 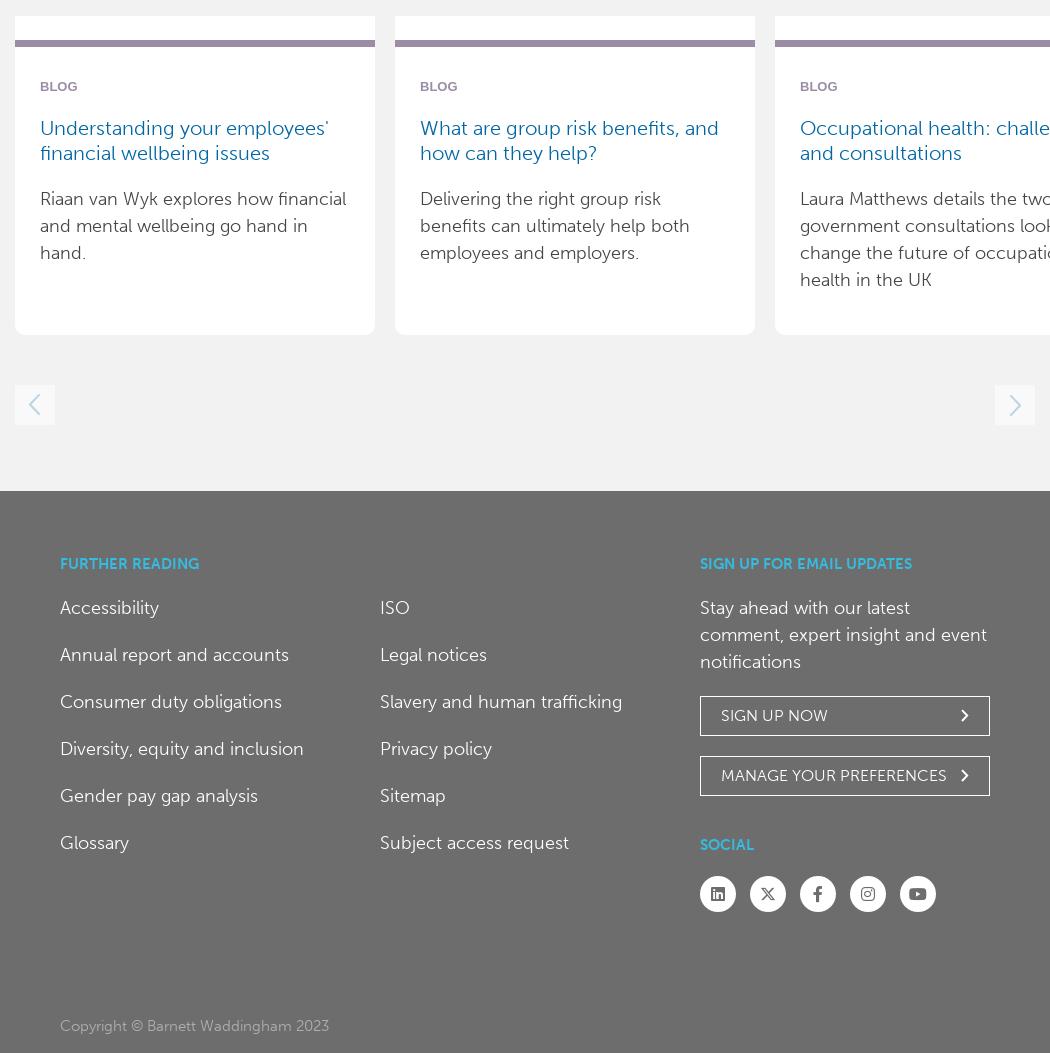 What do you see at coordinates (393, 606) in the screenshot?
I see `'ISO'` at bounding box center [393, 606].